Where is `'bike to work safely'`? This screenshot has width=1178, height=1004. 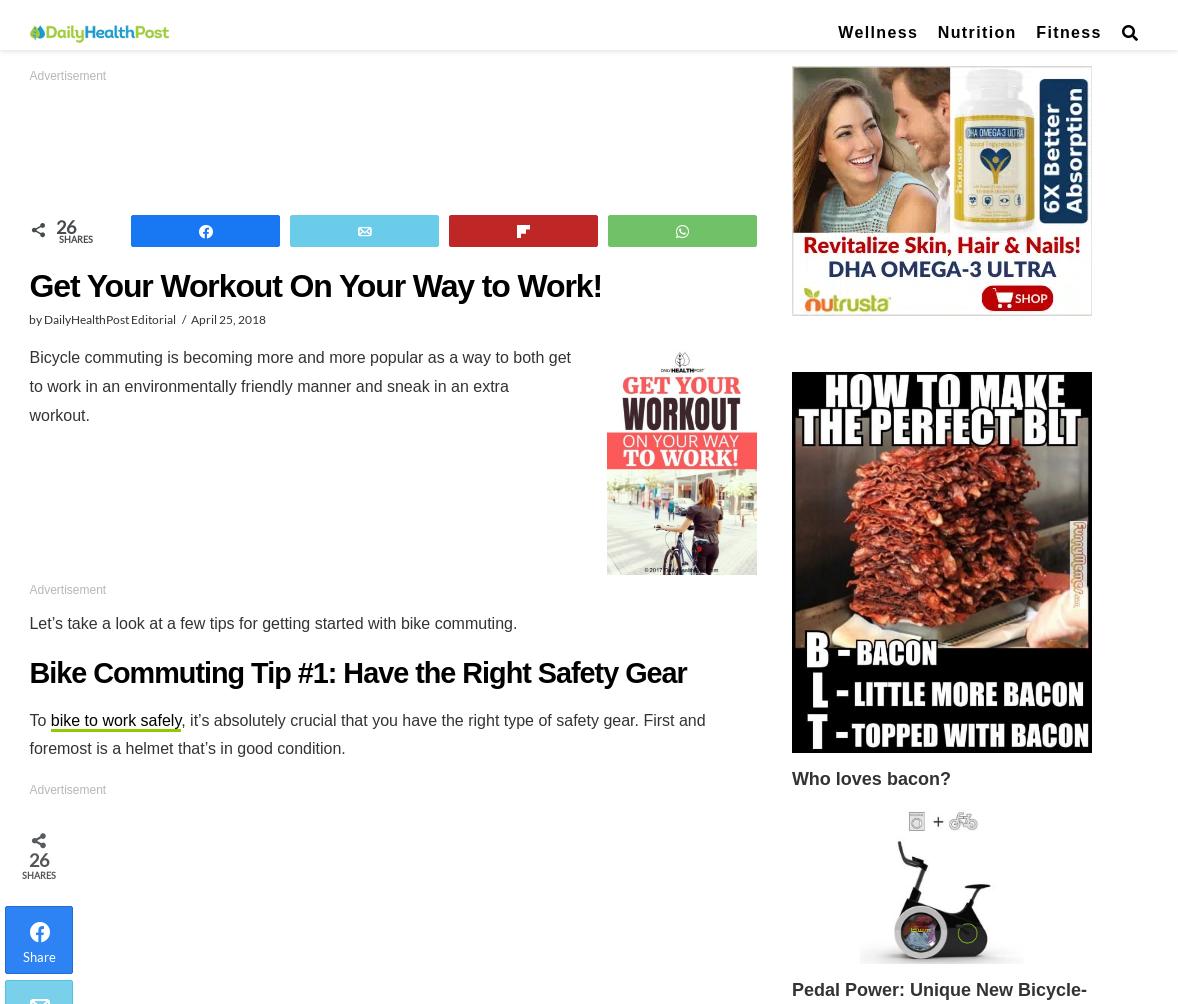 'bike to work safely' is located at coordinates (114, 718).